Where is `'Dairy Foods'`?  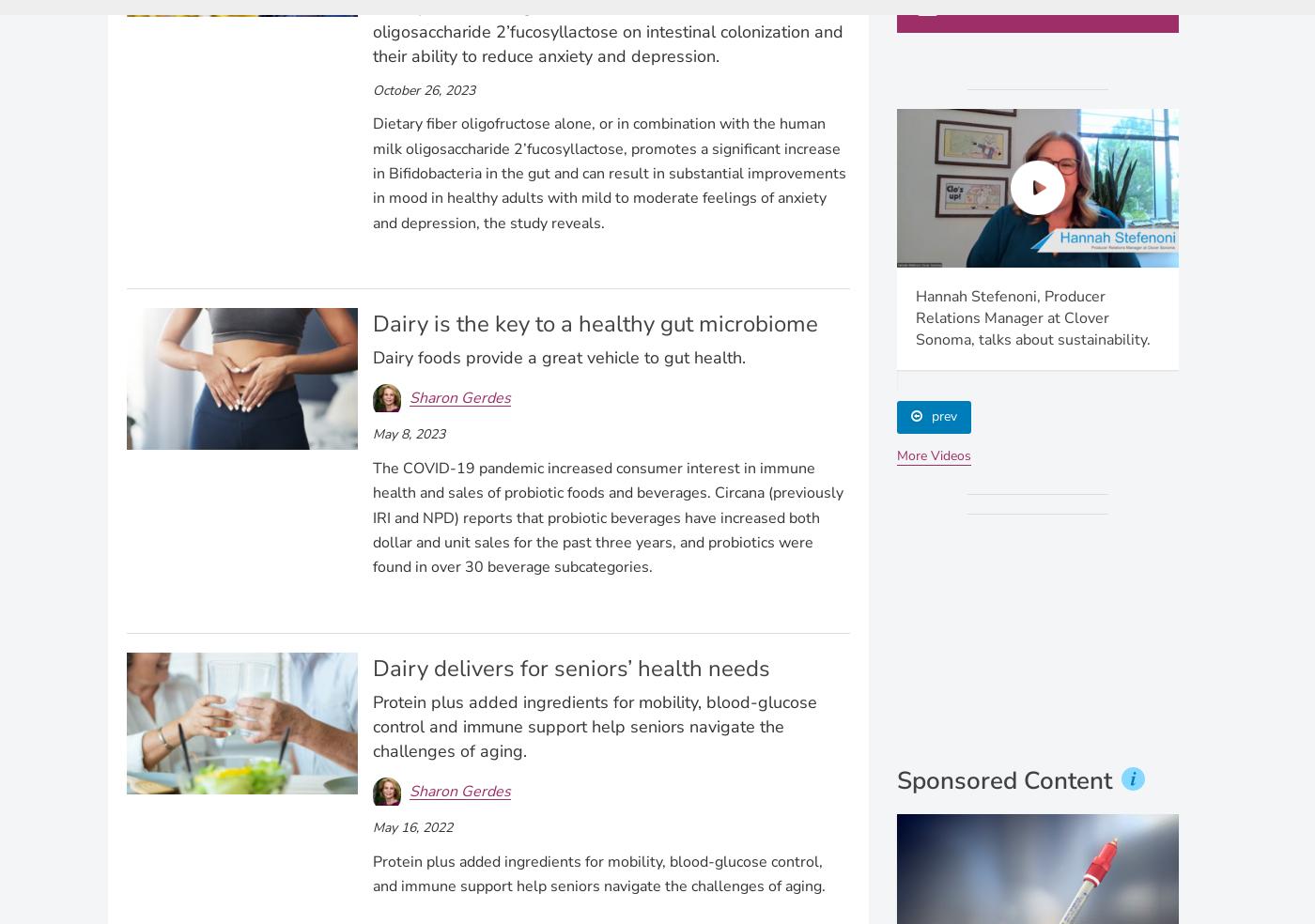 'Dairy Foods' is located at coordinates (1001, 624).